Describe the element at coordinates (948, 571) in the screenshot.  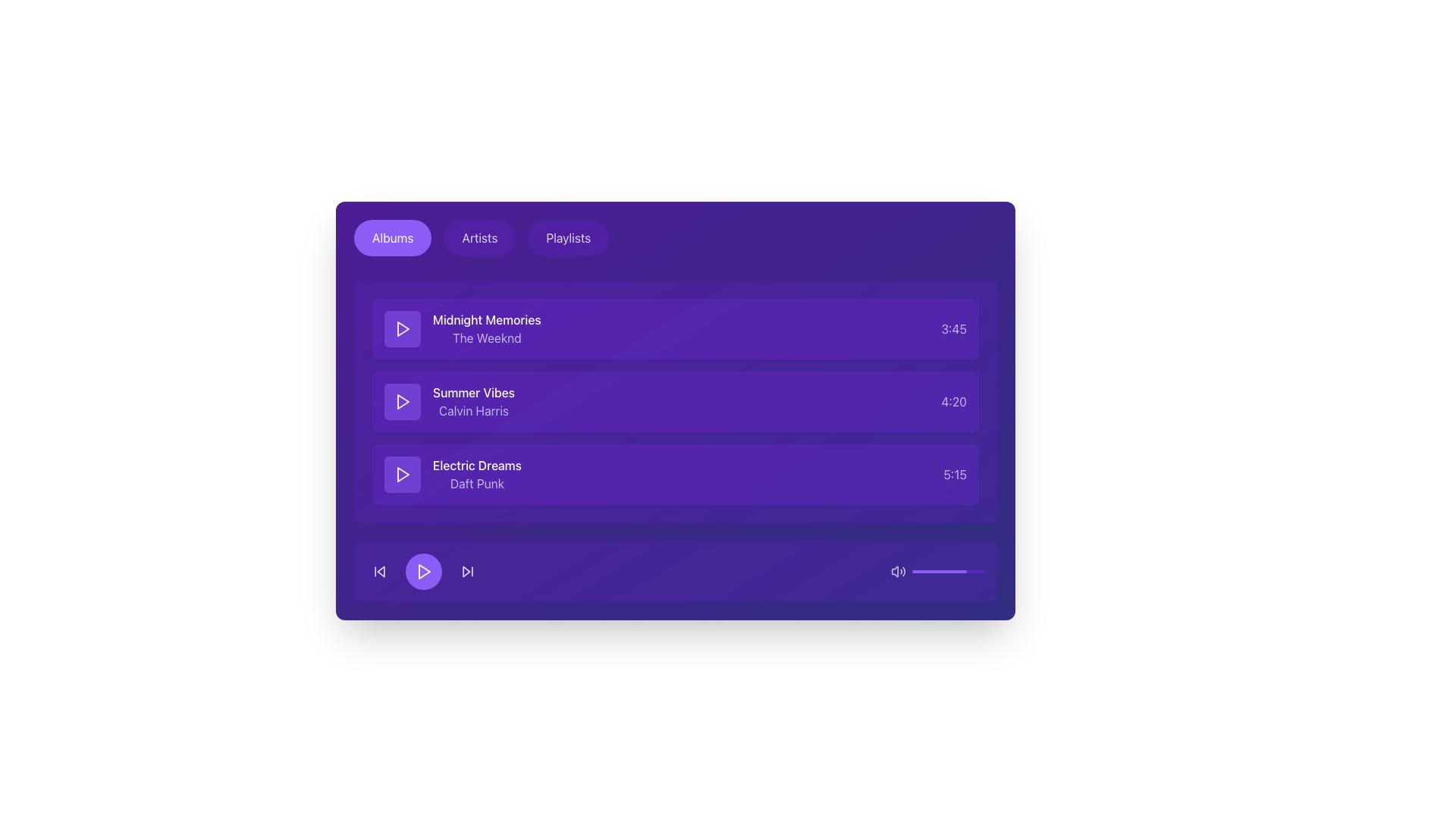
I see `the horizontal progress bar styled with a violet background and rounded edges located at the bottom right of the music player interface to adjust the volume level` at that location.